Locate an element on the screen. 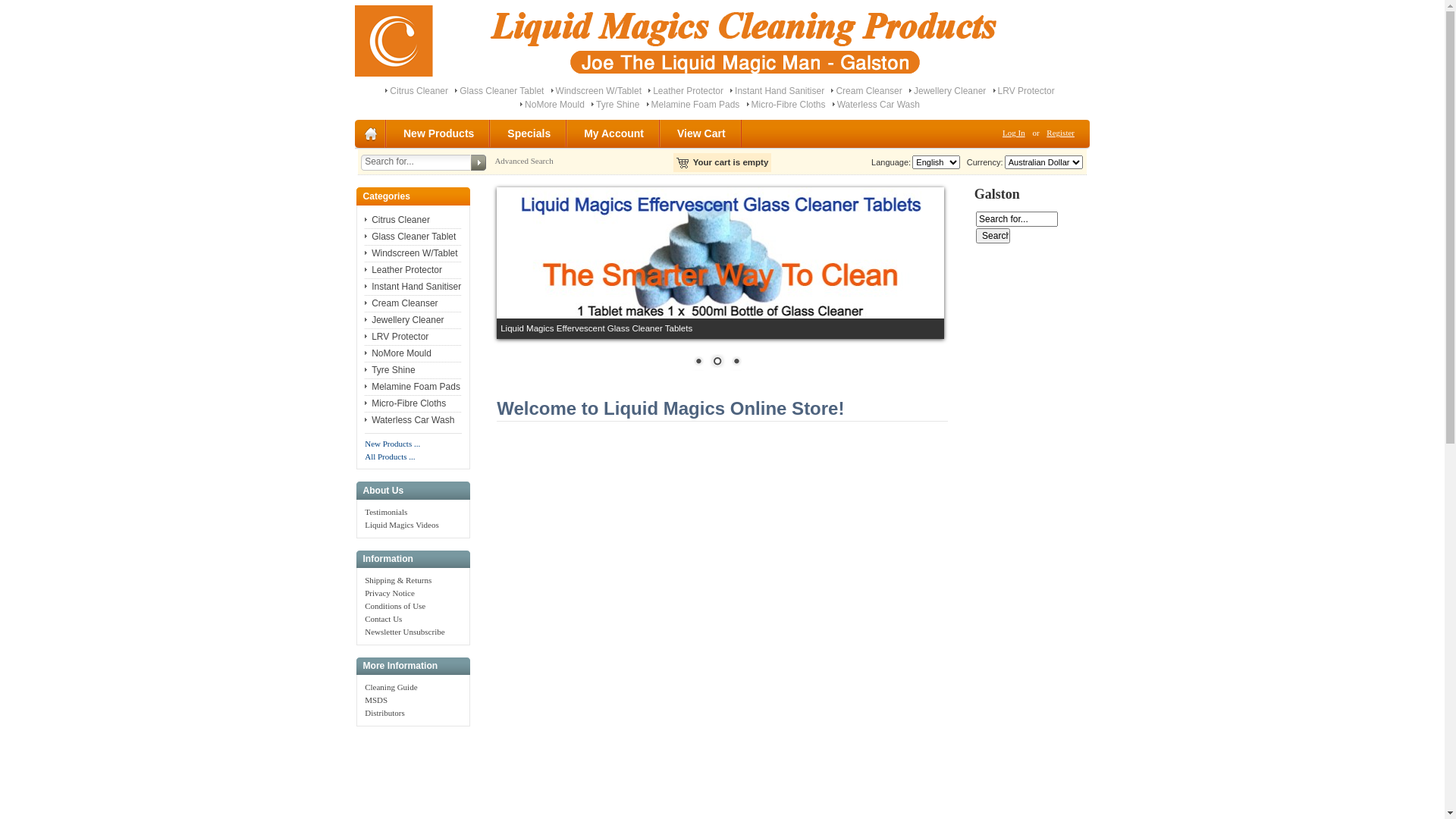 The image size is (1456, 819). 'Cream Cleanser' is located at coordinates (364, 303).